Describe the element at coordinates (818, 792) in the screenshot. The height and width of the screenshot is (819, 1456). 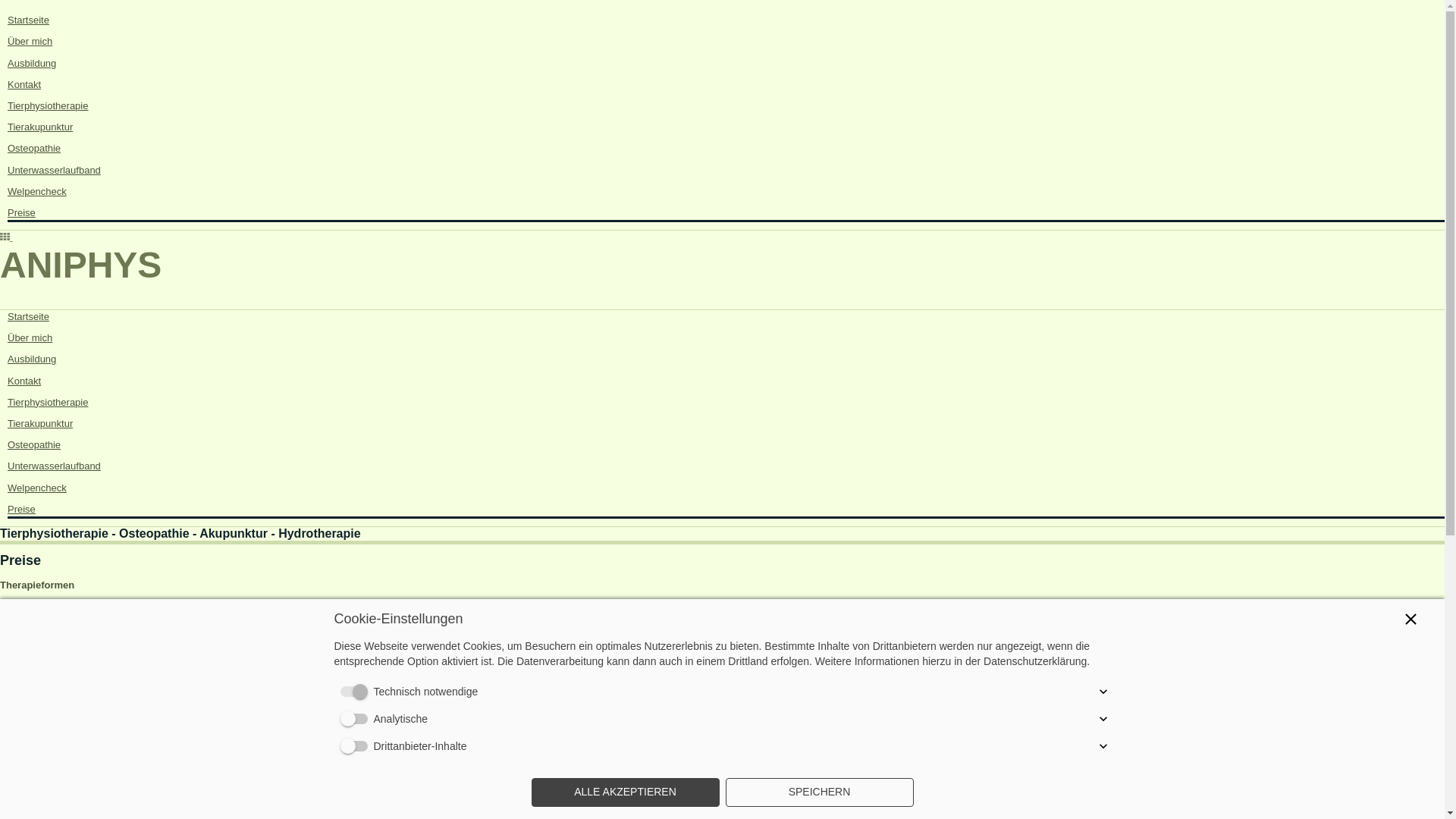
I see `'SPEICHERN'` at that location.